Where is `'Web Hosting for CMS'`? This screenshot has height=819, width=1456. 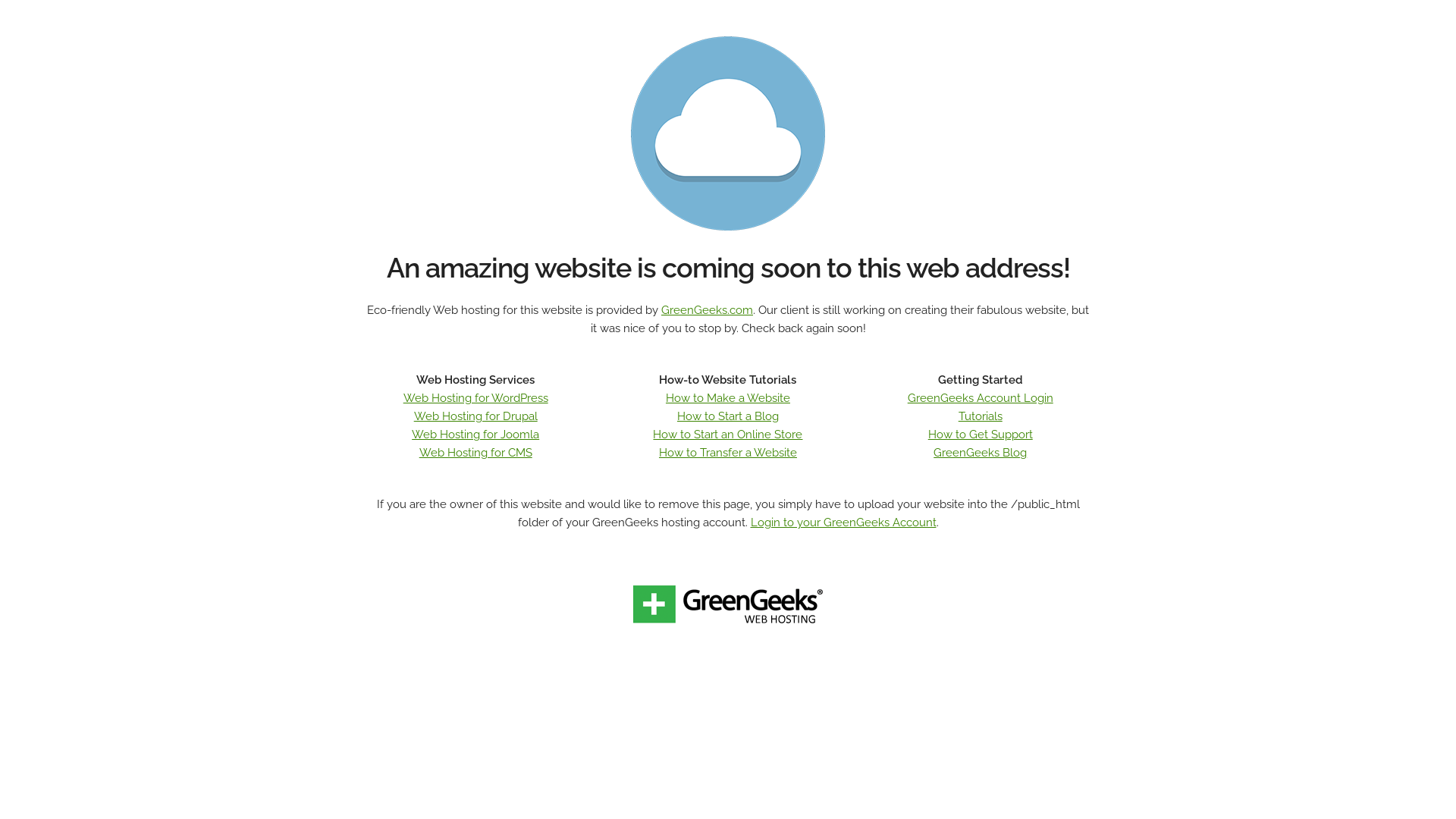 'Web Hosting for CMS' is located at coordinates (419, 452).